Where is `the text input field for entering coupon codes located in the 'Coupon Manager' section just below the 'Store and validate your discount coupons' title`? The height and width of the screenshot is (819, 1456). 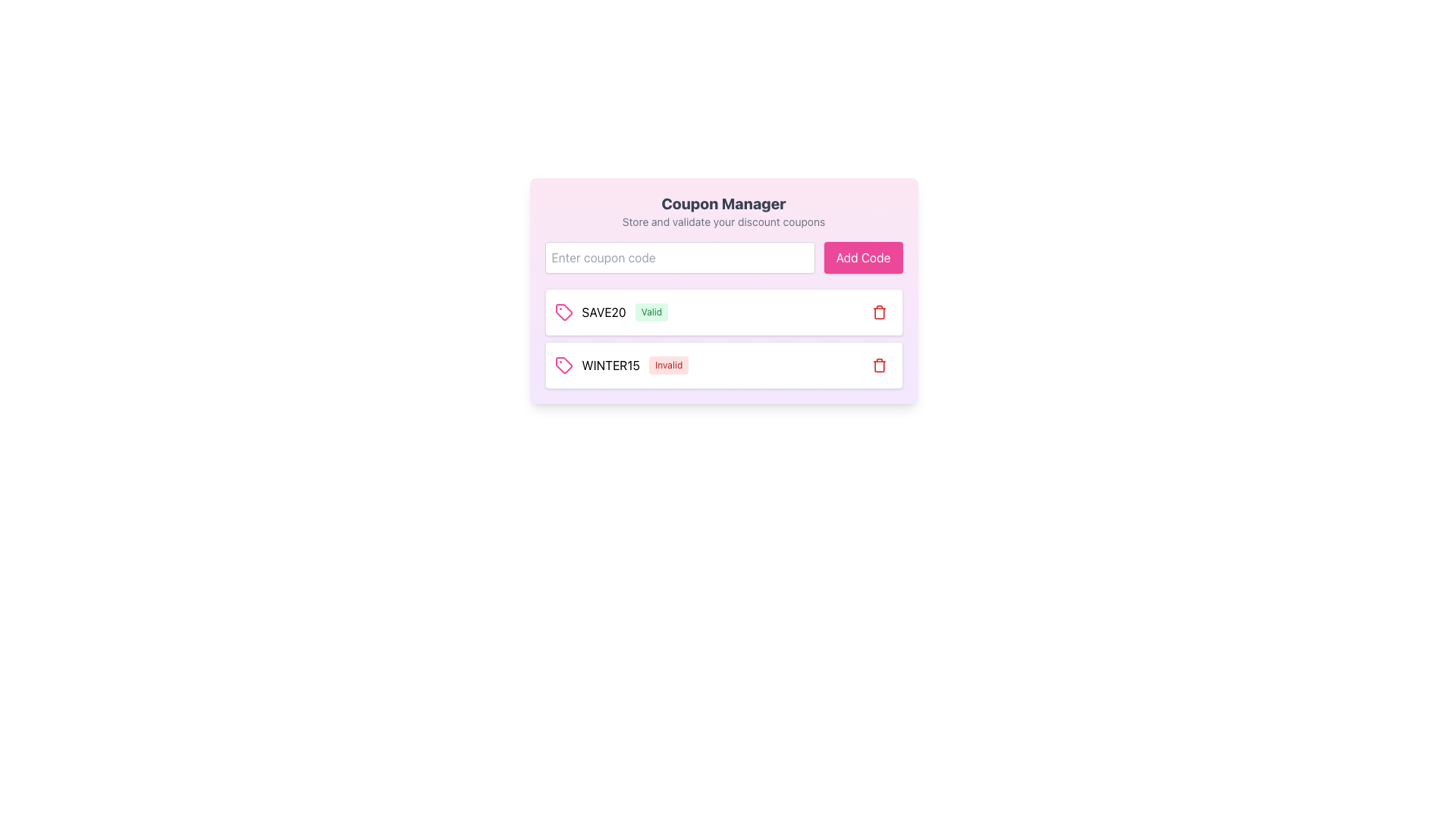 the text input field for entering coupon codes located in the 'Coupon Manager' section just below the 'Store and validate your discount coupons' title is located at coordinates (723, 256).